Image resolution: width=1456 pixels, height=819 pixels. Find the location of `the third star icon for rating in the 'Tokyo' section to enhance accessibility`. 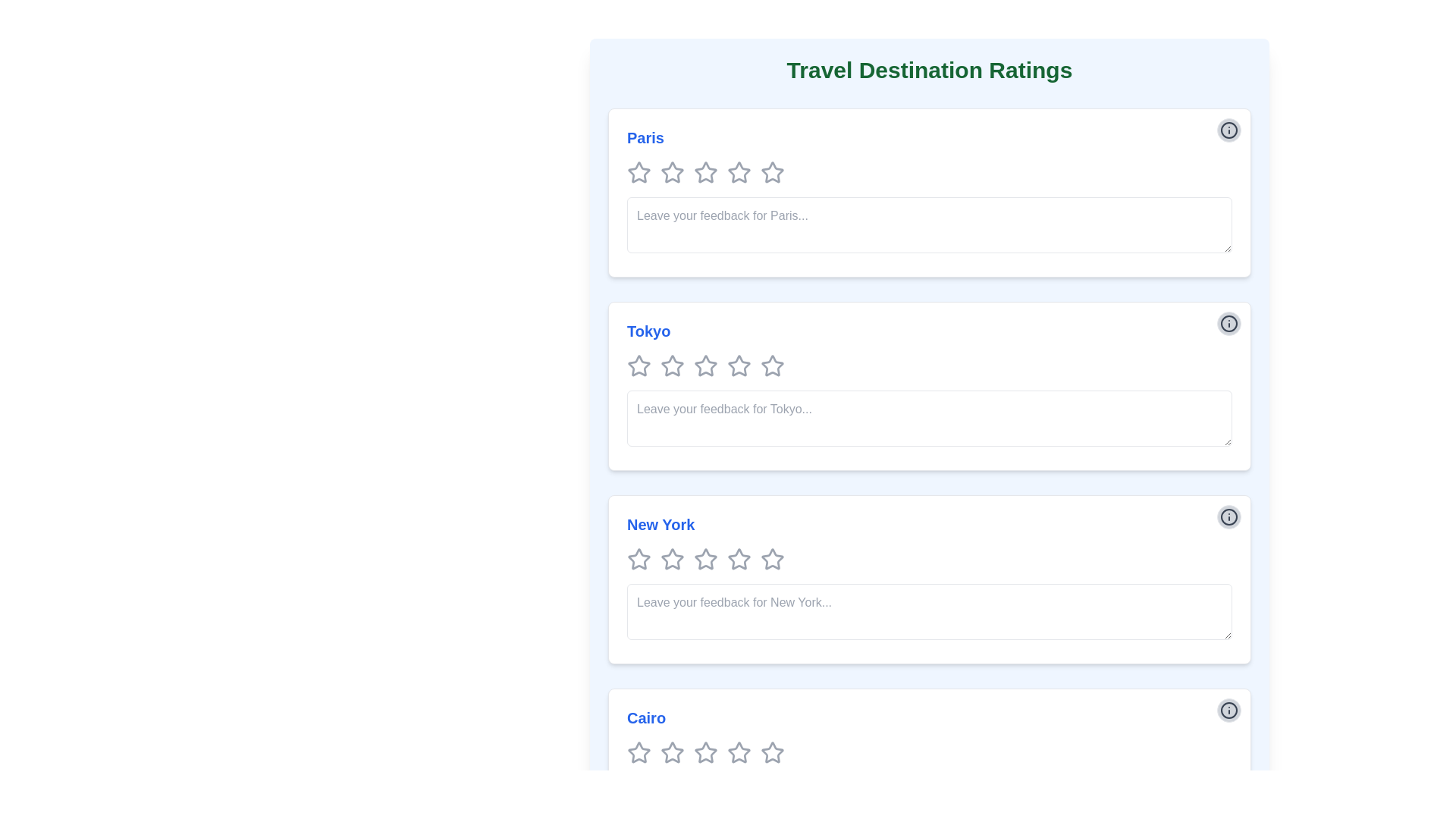

the third star icon for rating in the 'Tokyo' section to enhance accessibility is located at coordinates (739, 366).